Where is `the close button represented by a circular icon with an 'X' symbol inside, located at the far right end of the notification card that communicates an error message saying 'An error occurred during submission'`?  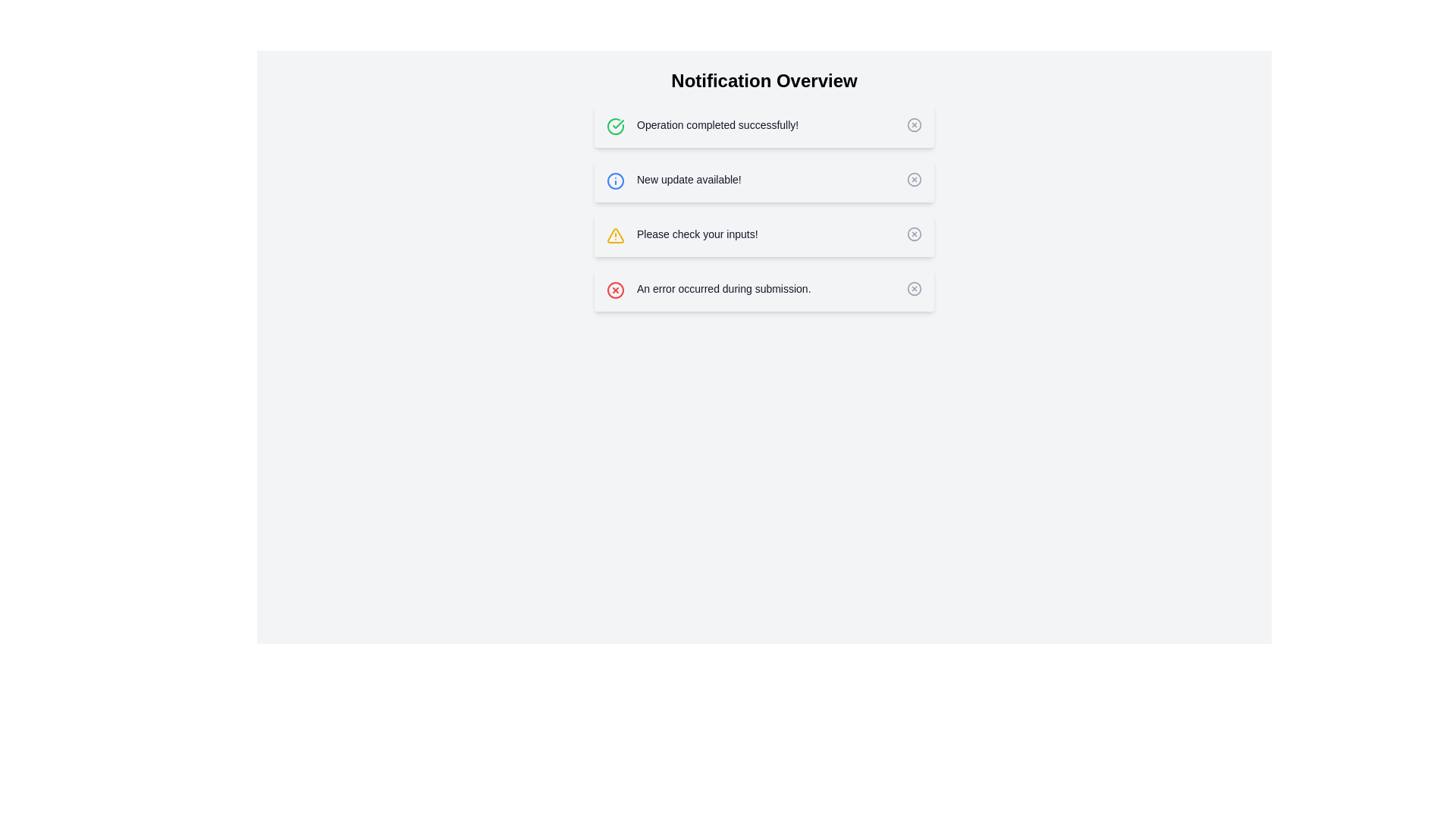 the close button represented by a circular icon with an 'X' symbol inside, located at the far right end of the notification card that communicates an error message saying 'An error occurred during submission' is located at coordinates (913, 289).